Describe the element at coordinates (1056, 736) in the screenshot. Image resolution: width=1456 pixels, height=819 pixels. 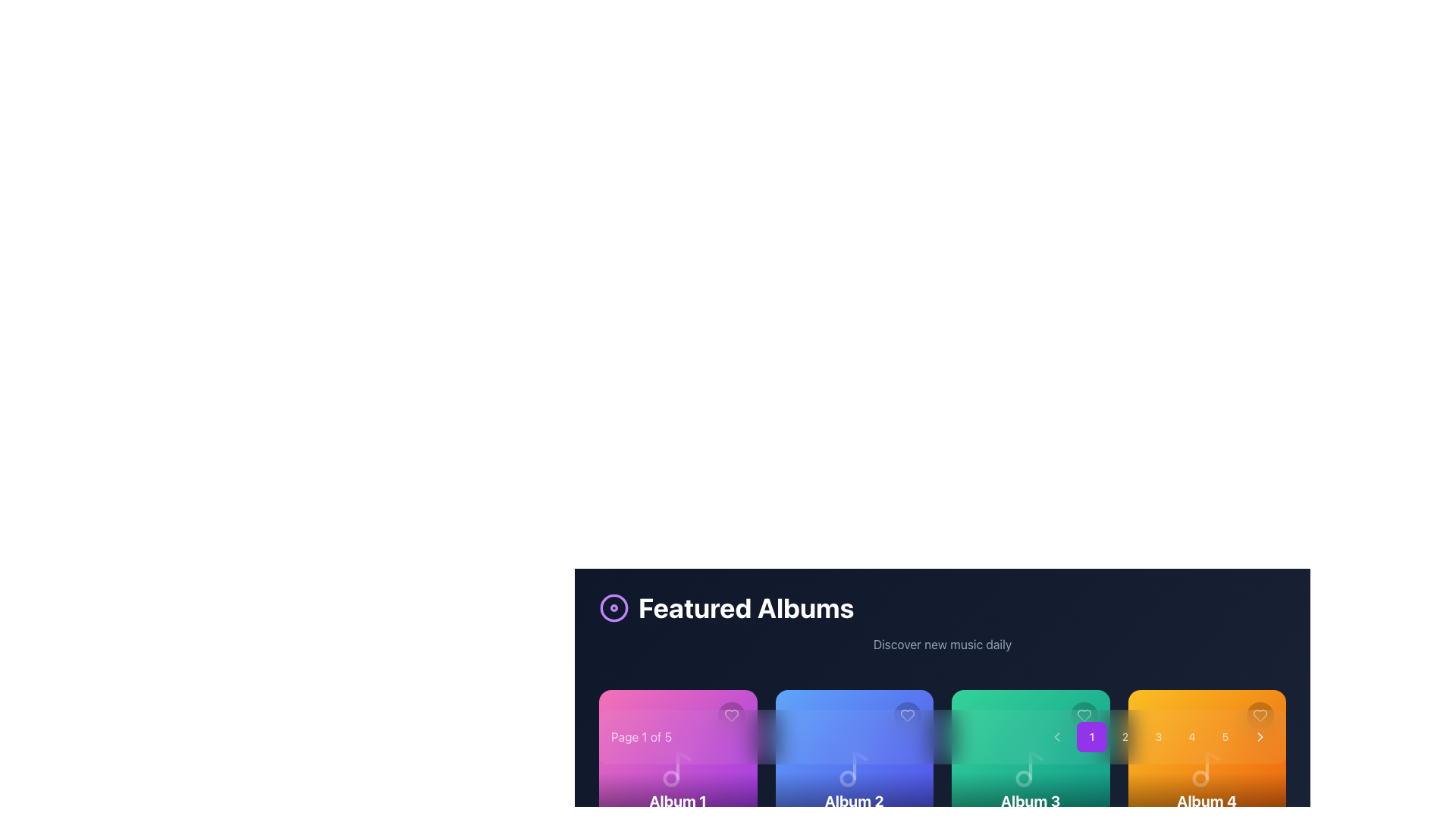
I see `the leftmost navigation button that allows users to move backwards in a series of items or pages` at that location.